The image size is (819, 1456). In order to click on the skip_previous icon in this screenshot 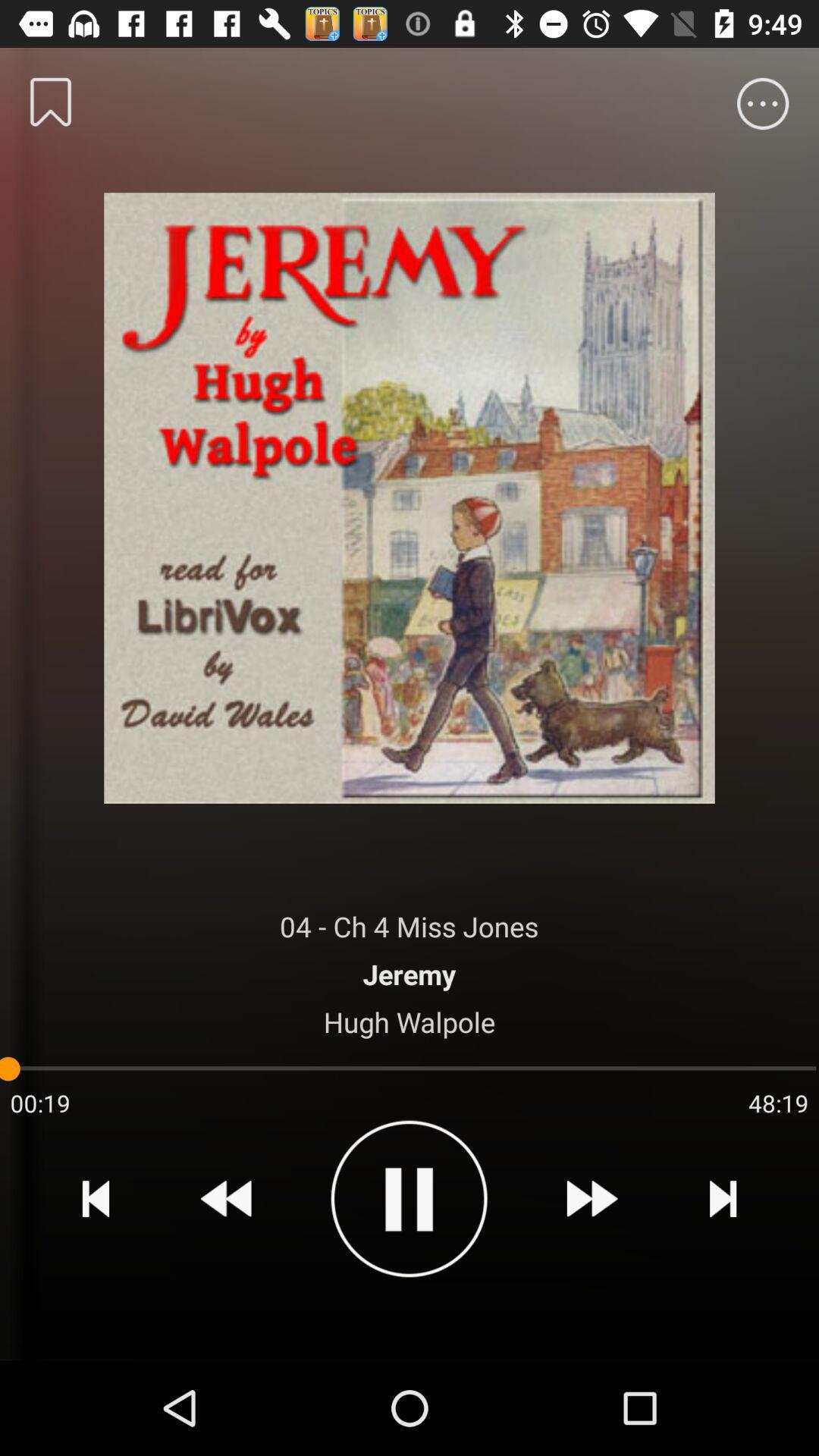, I will do `click(96, 1197)`.